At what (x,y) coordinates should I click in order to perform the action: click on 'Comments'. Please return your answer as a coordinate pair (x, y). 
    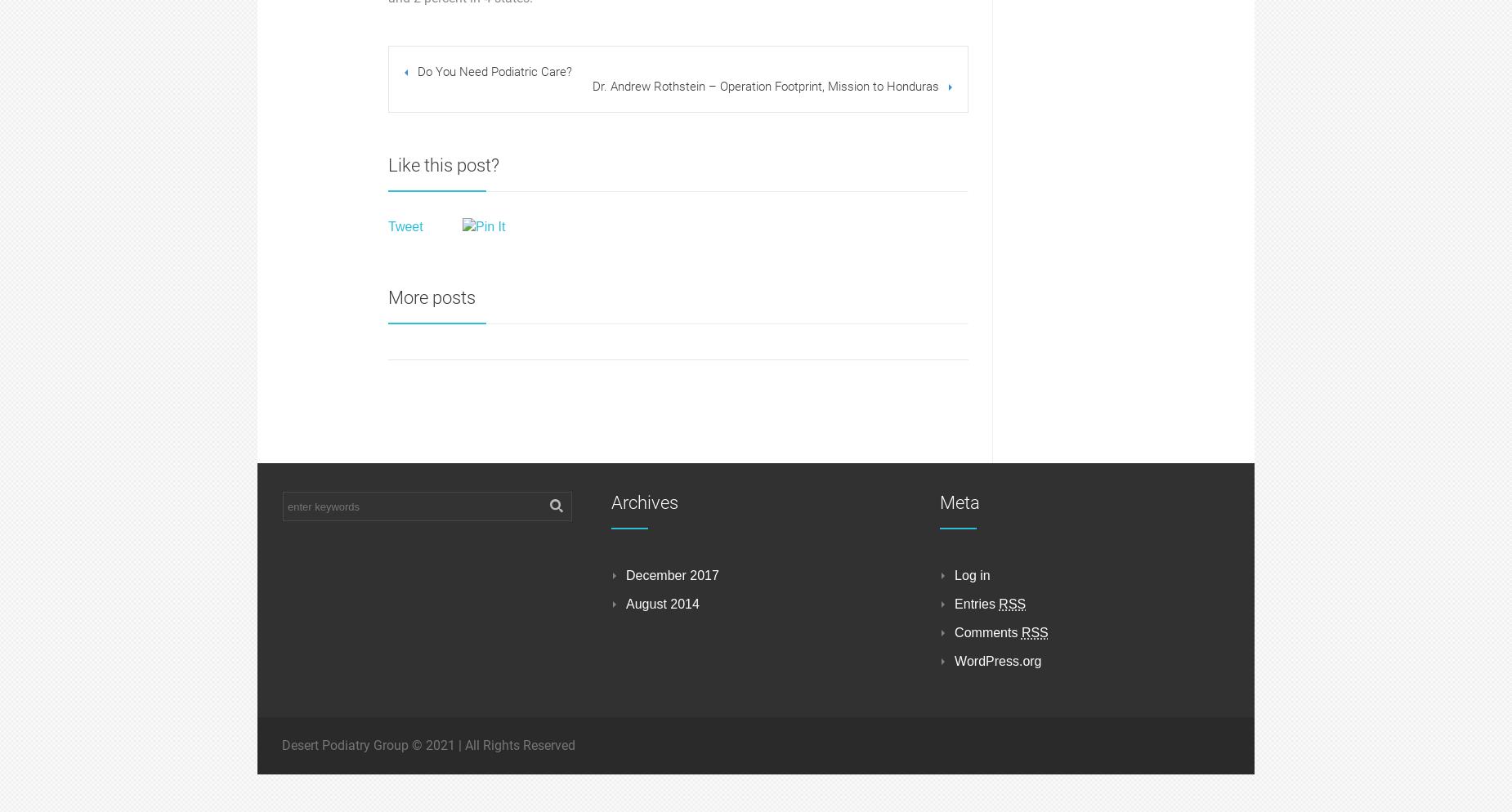
    Looking at the image, I should click on (986, 631).